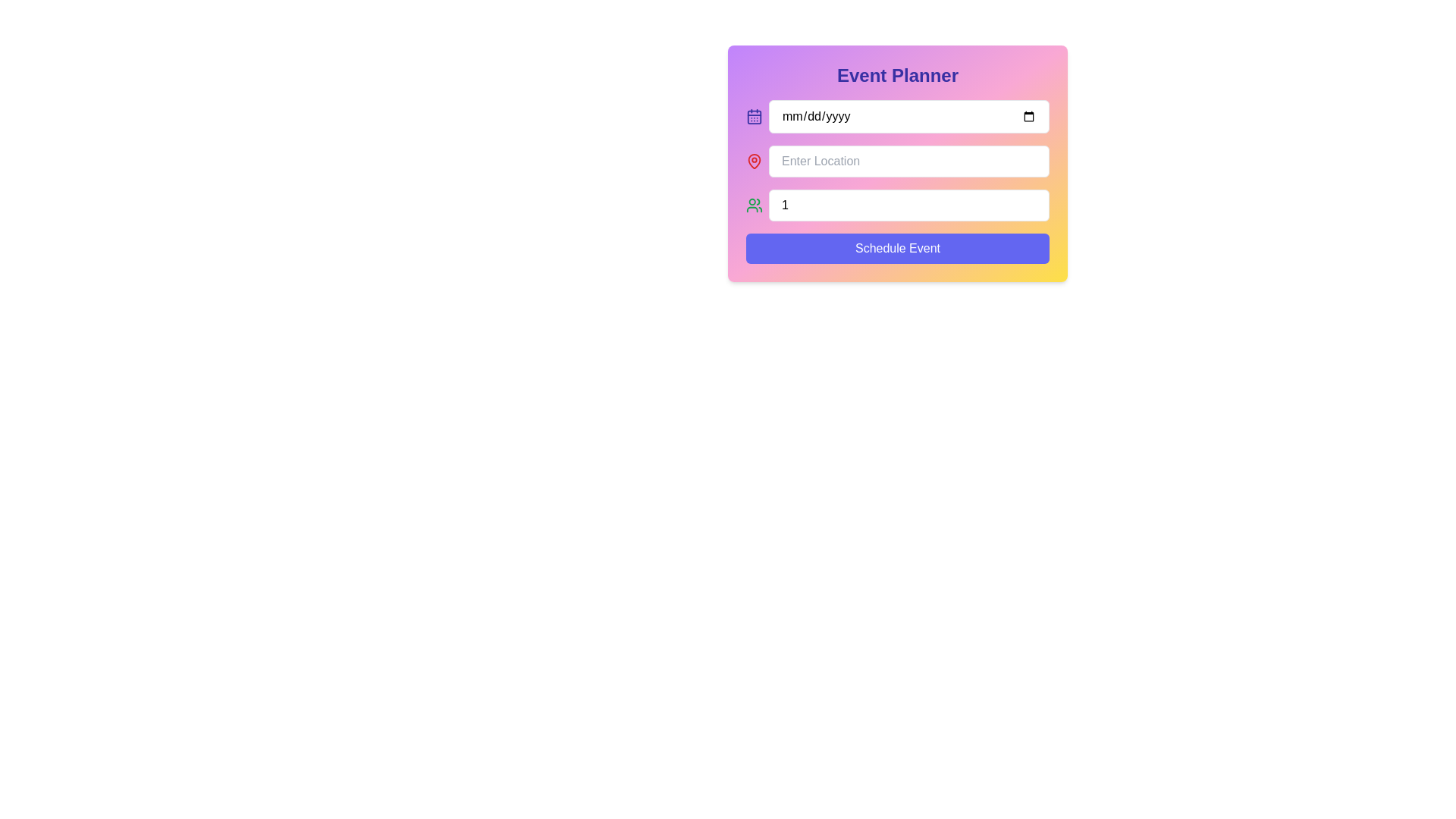  I want to click on the green icon representing a group of users located in the third row of the 'Event Planner' interface, to the left of a number input field, so click(754, 205).